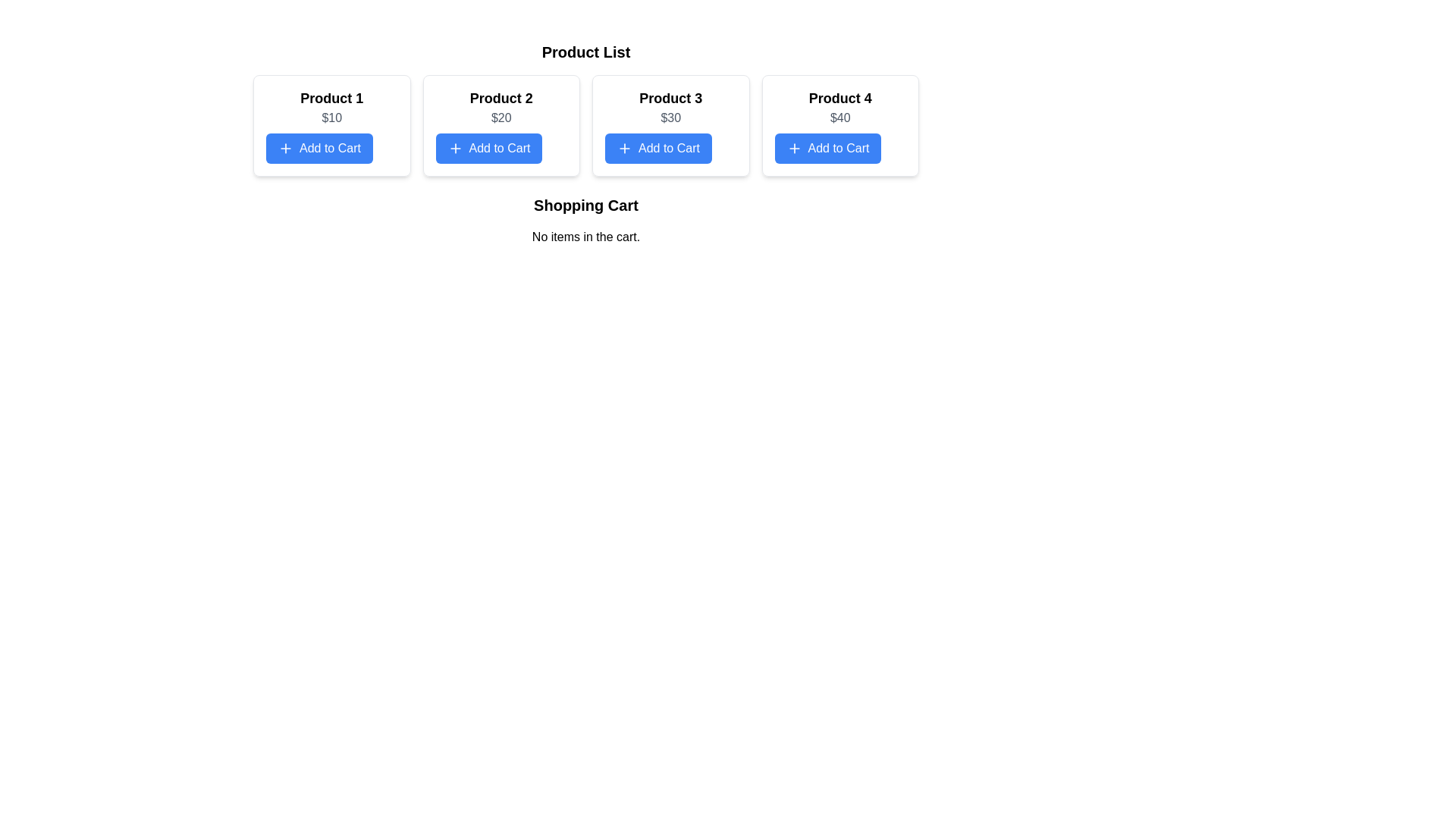  I want to click on the 'Product 3' text label which is displayed in a bold, large black font within a bordered box at the top of the product details, so click(670, 99).